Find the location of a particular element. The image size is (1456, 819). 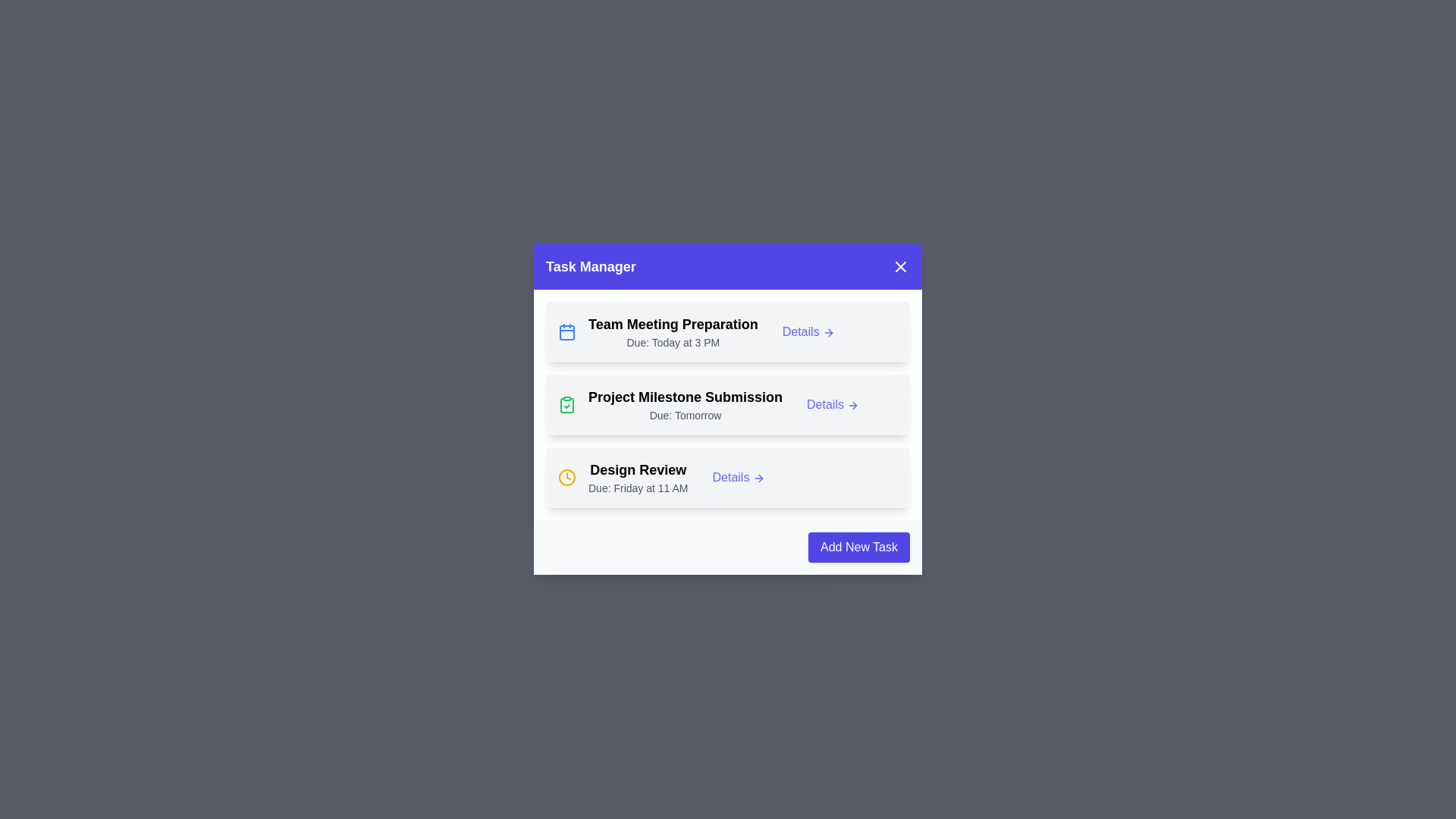

the status icon for the 'Project Milestone Submission' task is located at coordinates (566, 403).